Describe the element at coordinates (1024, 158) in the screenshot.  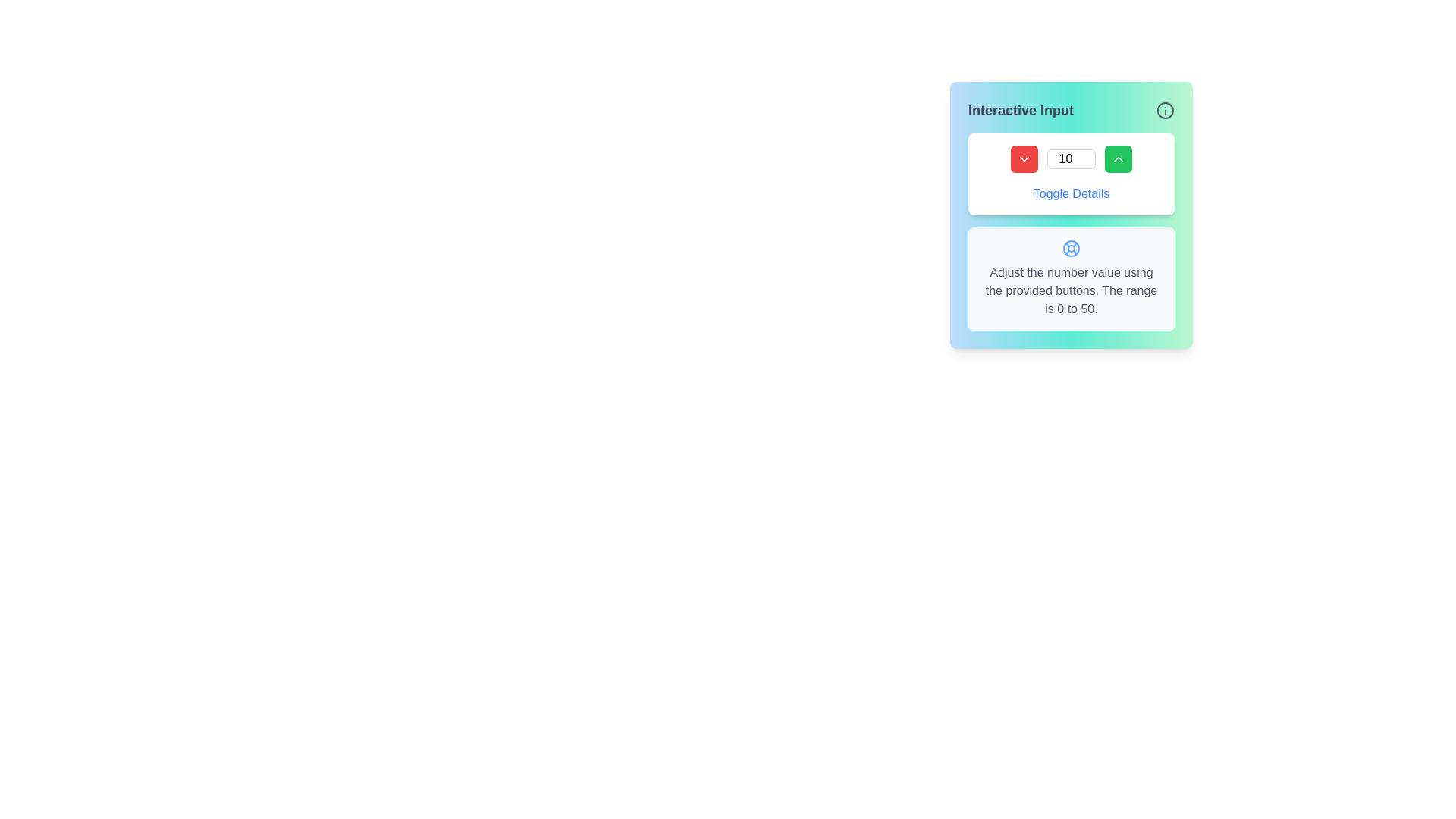
I see `the chevron icon located within the red button at the leftmost position of the horizontal row near the top of the 'Interactive Input' card` at that location.